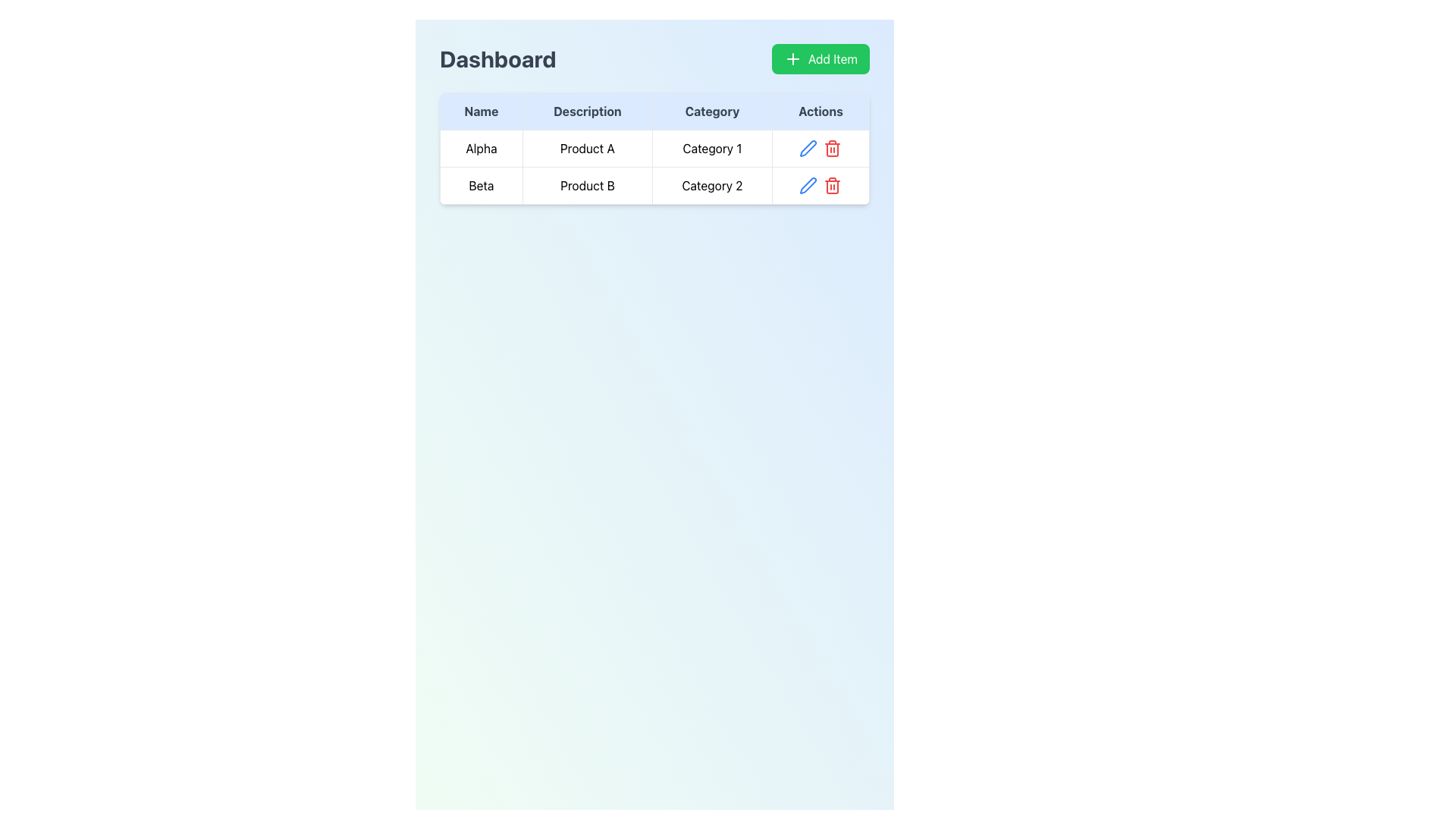 Image resolution: width=1456 pixels, height=819 pixels. I want to click on the add item icon located to the left of the 'Add Item' text, so click(792, 58).